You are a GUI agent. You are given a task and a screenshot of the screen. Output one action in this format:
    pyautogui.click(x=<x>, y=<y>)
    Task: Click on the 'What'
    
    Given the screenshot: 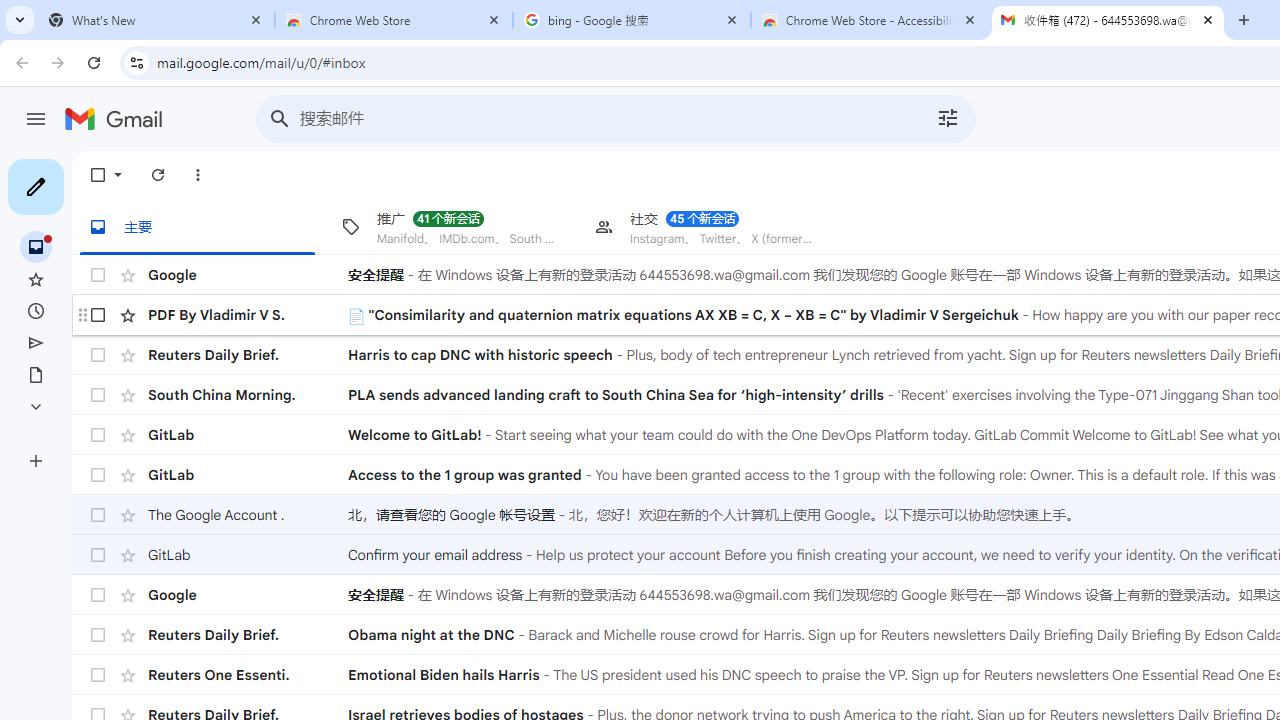 What is the action you would take?
    pyautogui.click(x=155, y=20)
    